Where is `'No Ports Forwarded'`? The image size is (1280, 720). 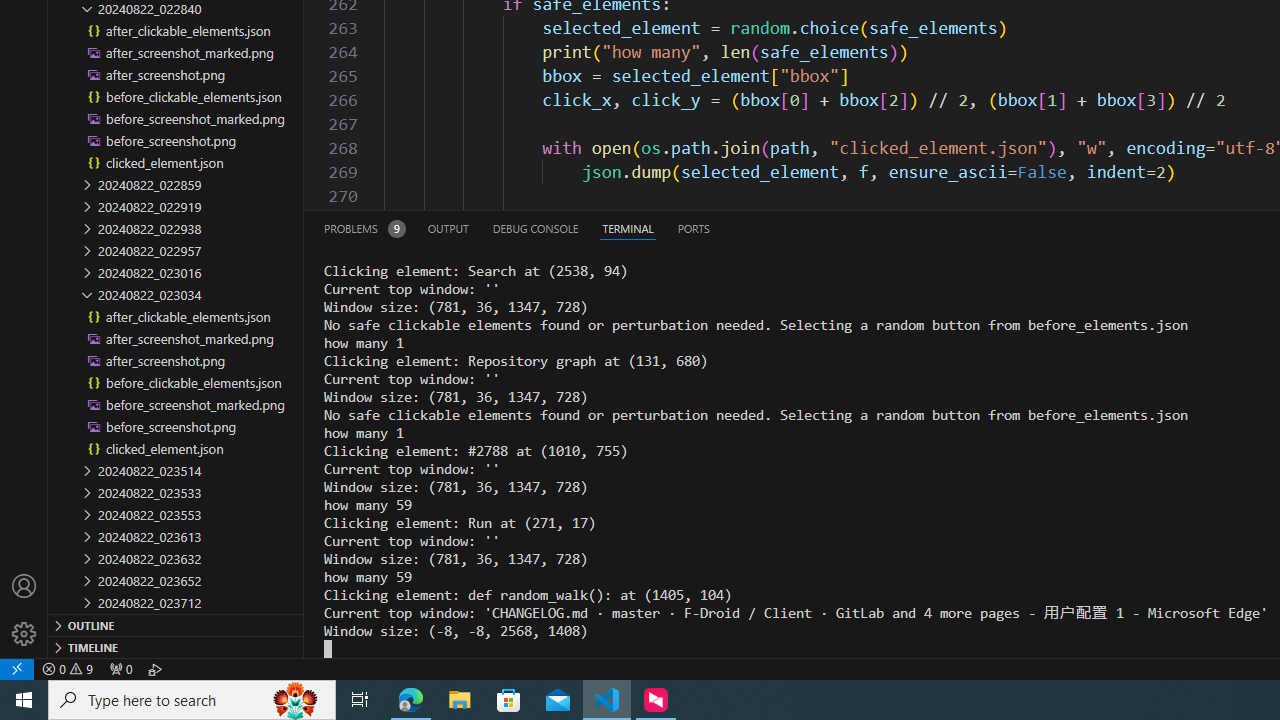 'No Ports Forwarded' is located at coordinates (119, 668).